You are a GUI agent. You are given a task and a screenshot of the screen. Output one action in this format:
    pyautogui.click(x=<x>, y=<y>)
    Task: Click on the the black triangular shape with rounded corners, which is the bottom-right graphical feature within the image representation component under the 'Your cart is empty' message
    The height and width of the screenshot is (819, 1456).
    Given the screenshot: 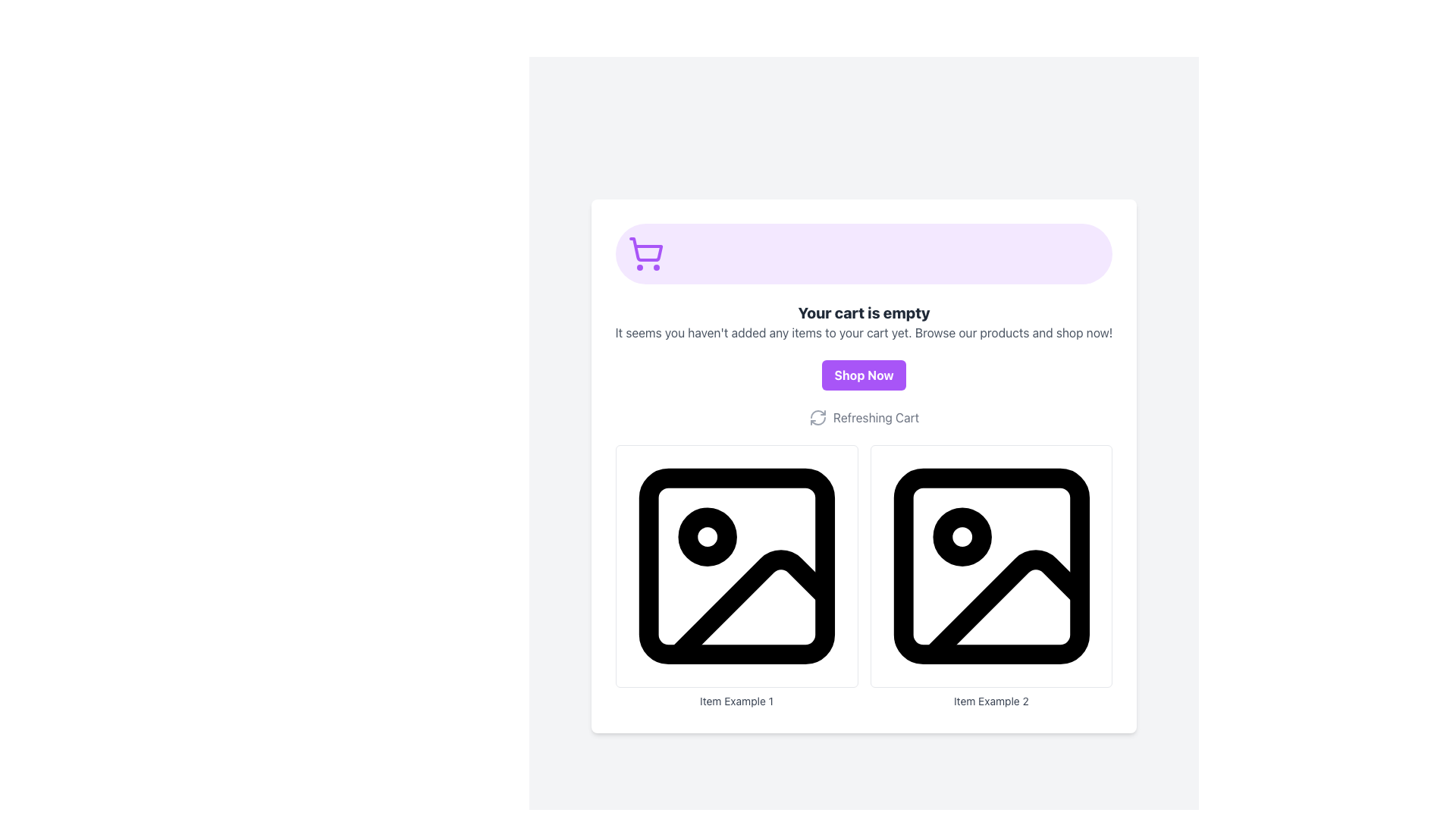 What is the action you would take?
    pyautogui.click(x=751, y=606)
    